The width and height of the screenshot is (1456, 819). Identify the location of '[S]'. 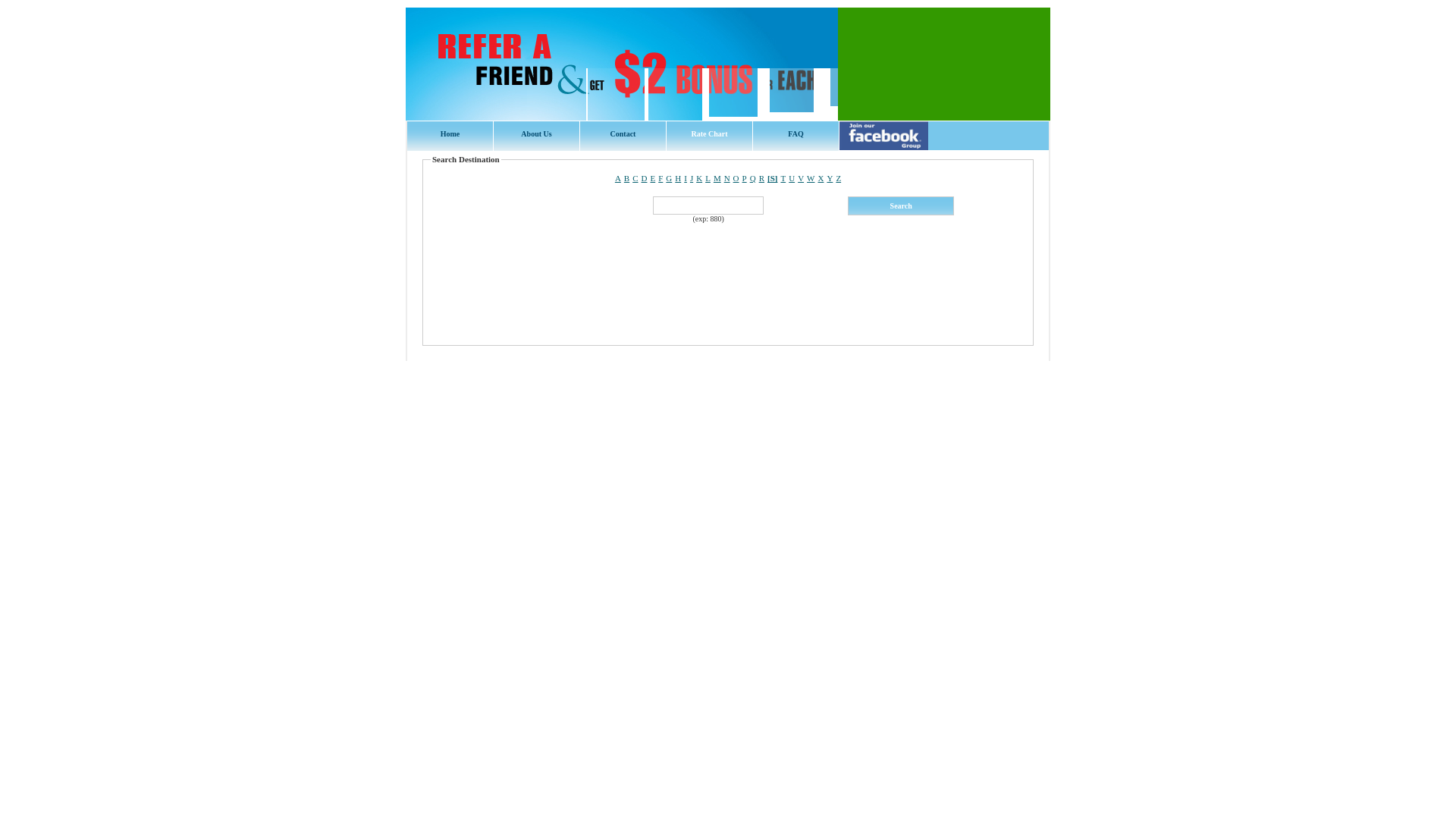
(772, 177).